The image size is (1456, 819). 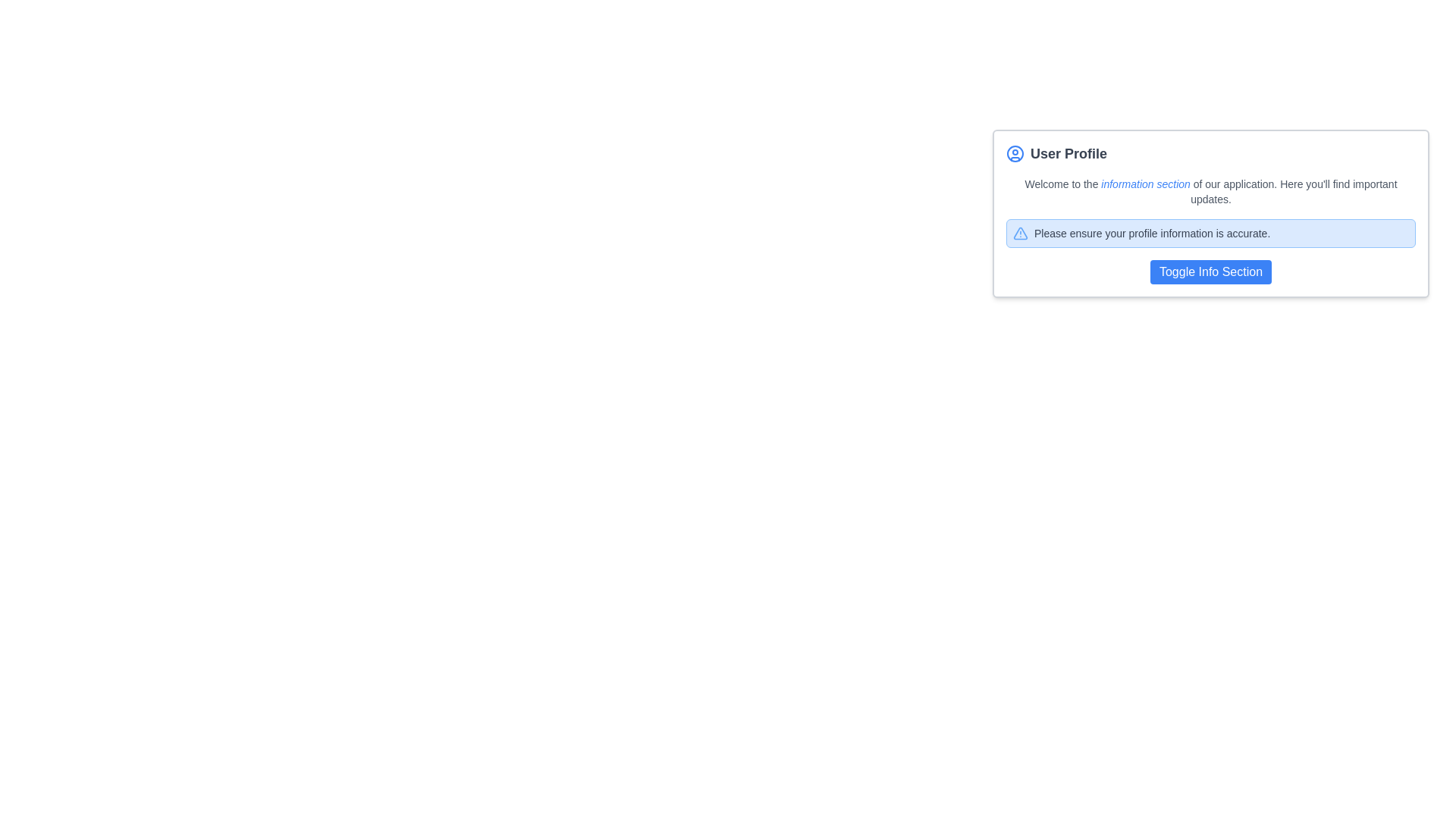 What do you see at coordinates (1210, 191) in the screenshot?
I see `the 'information section' text in the welcome message` at bounding box center [1210, 191].